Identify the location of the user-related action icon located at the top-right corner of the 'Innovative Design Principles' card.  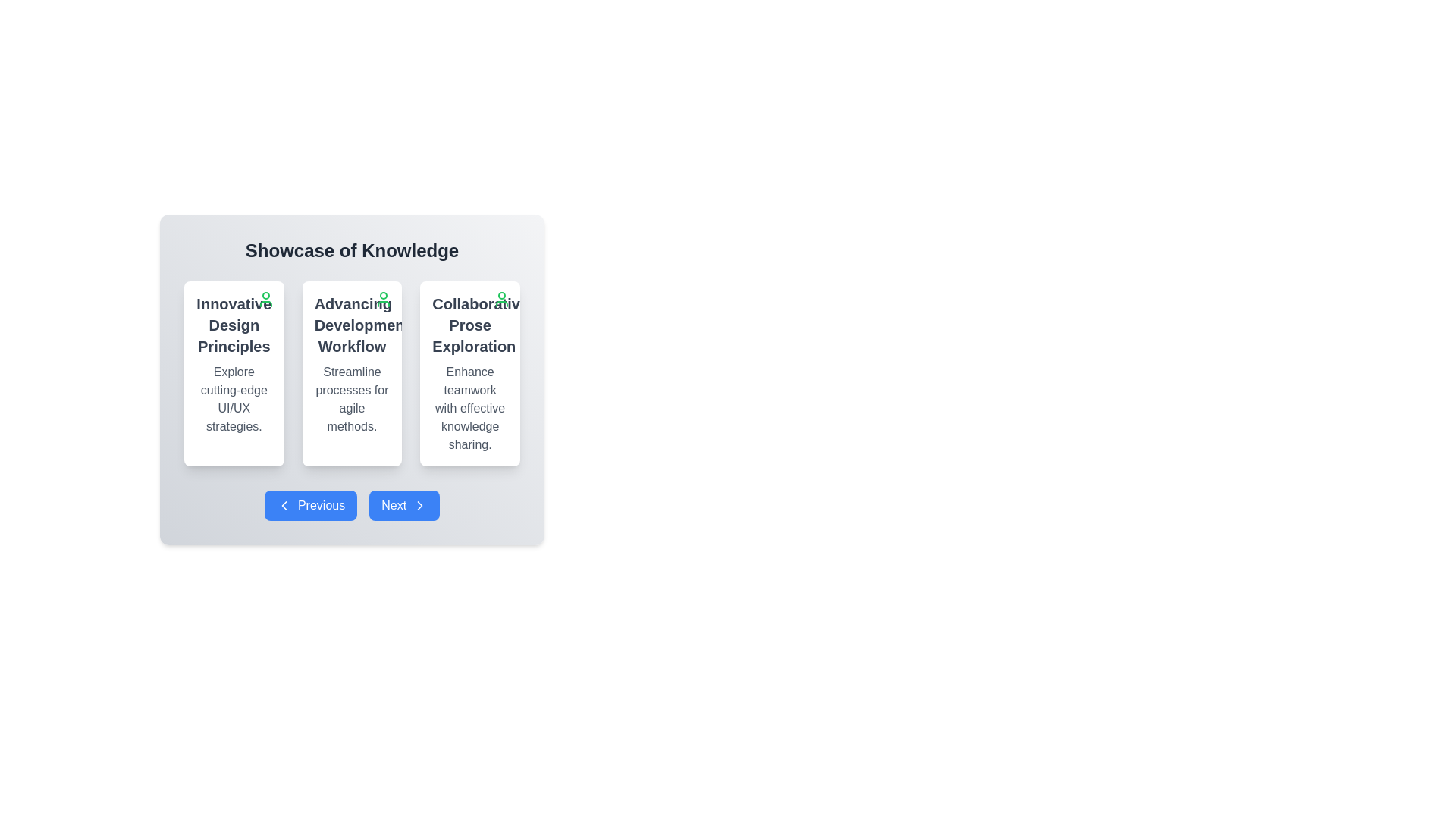
(265, 299).